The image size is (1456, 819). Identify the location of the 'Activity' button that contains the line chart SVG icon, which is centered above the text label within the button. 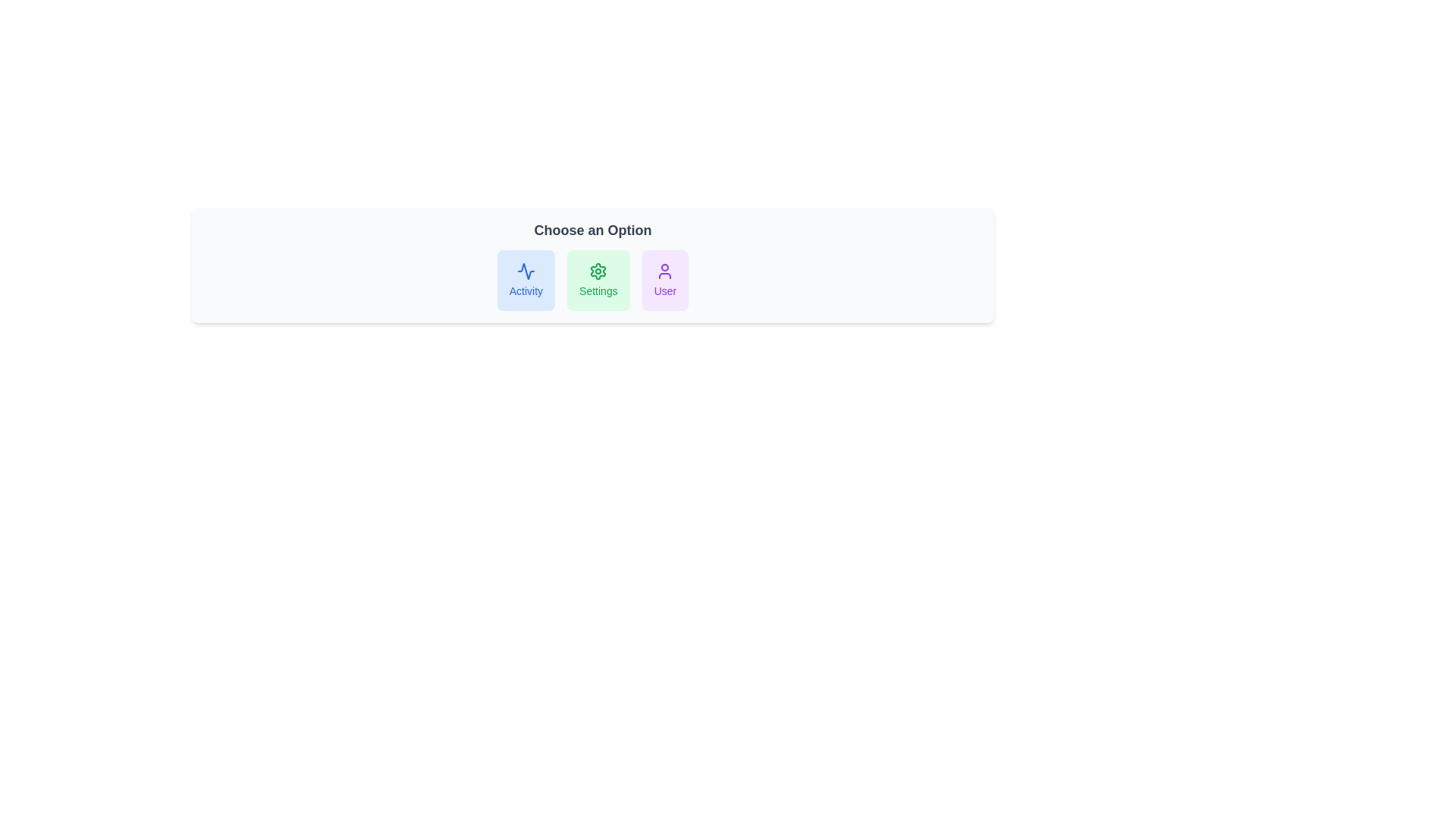
(526, 271).